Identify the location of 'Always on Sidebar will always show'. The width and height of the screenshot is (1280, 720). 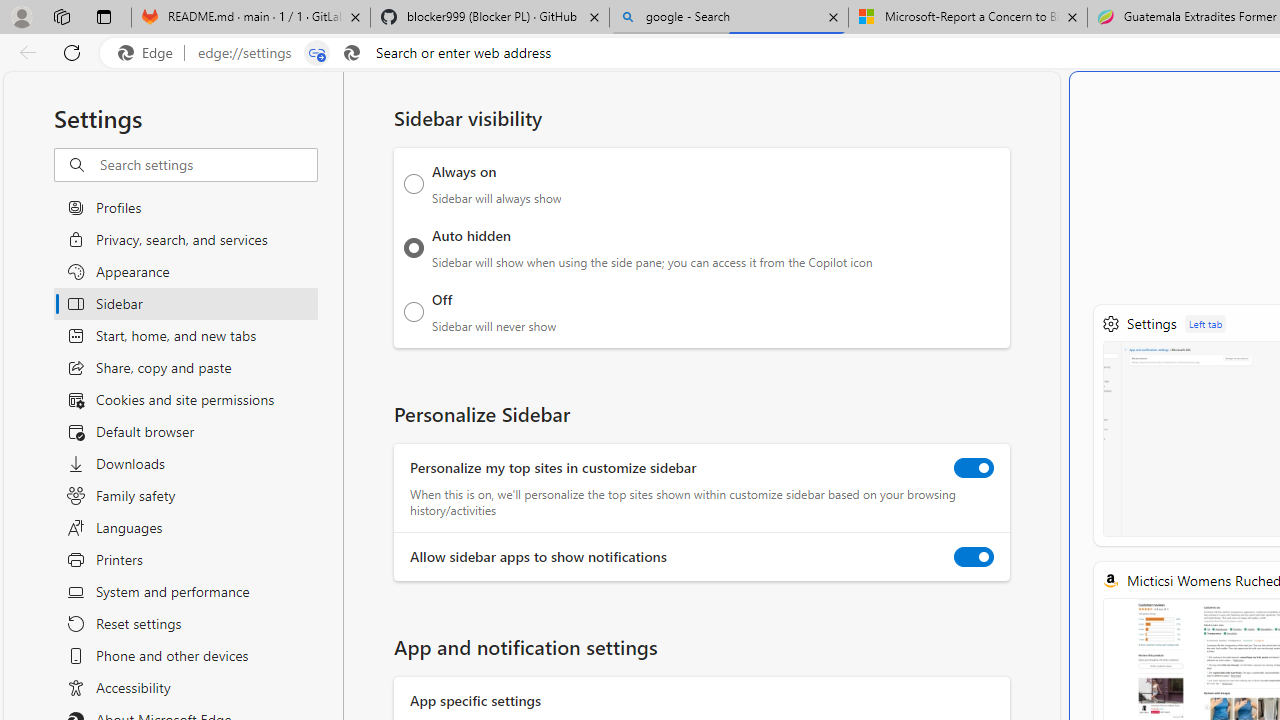
(413, 183).